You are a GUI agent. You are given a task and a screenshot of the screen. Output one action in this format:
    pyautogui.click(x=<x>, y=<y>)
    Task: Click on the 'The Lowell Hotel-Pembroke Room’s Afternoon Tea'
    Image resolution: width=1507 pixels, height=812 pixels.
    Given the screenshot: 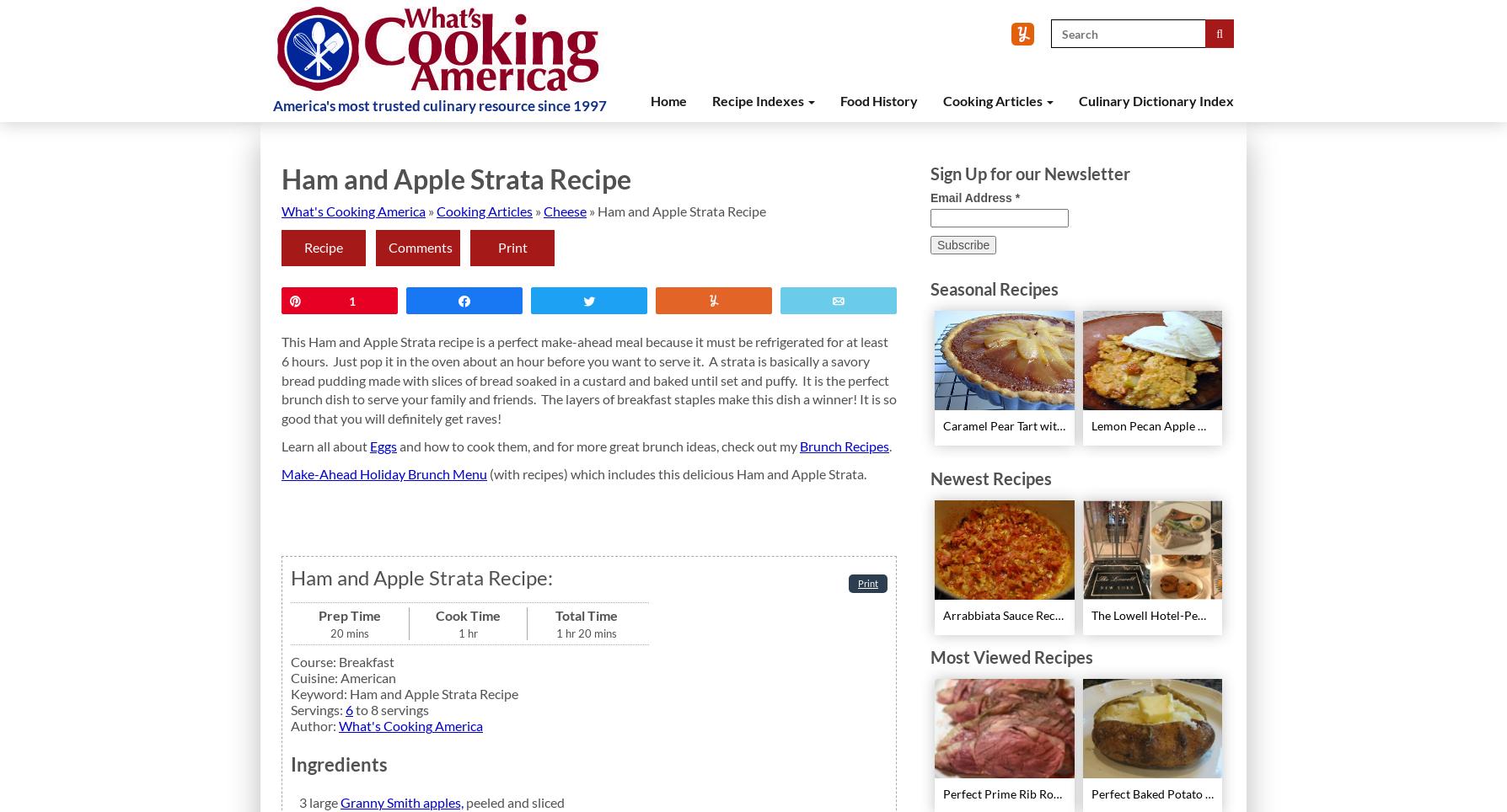 What is the action you would take?
    pyautogui.click(x=1089, y=614)
    